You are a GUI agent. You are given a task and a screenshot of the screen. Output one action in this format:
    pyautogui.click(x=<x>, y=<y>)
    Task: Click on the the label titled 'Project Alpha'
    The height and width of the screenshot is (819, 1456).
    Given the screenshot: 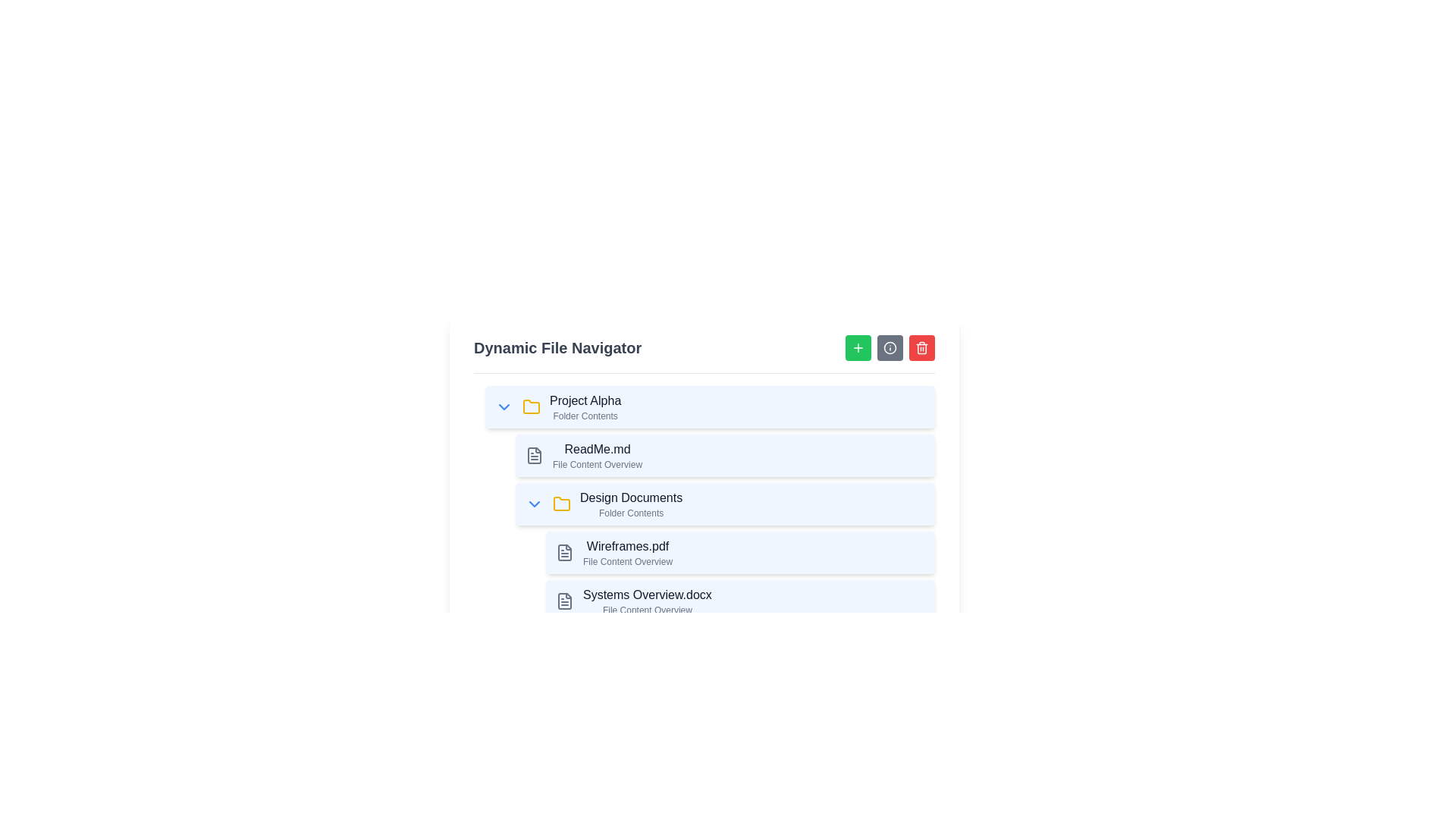 What is the action you would take?
    pyautogui.click(x=585, y=400)
    